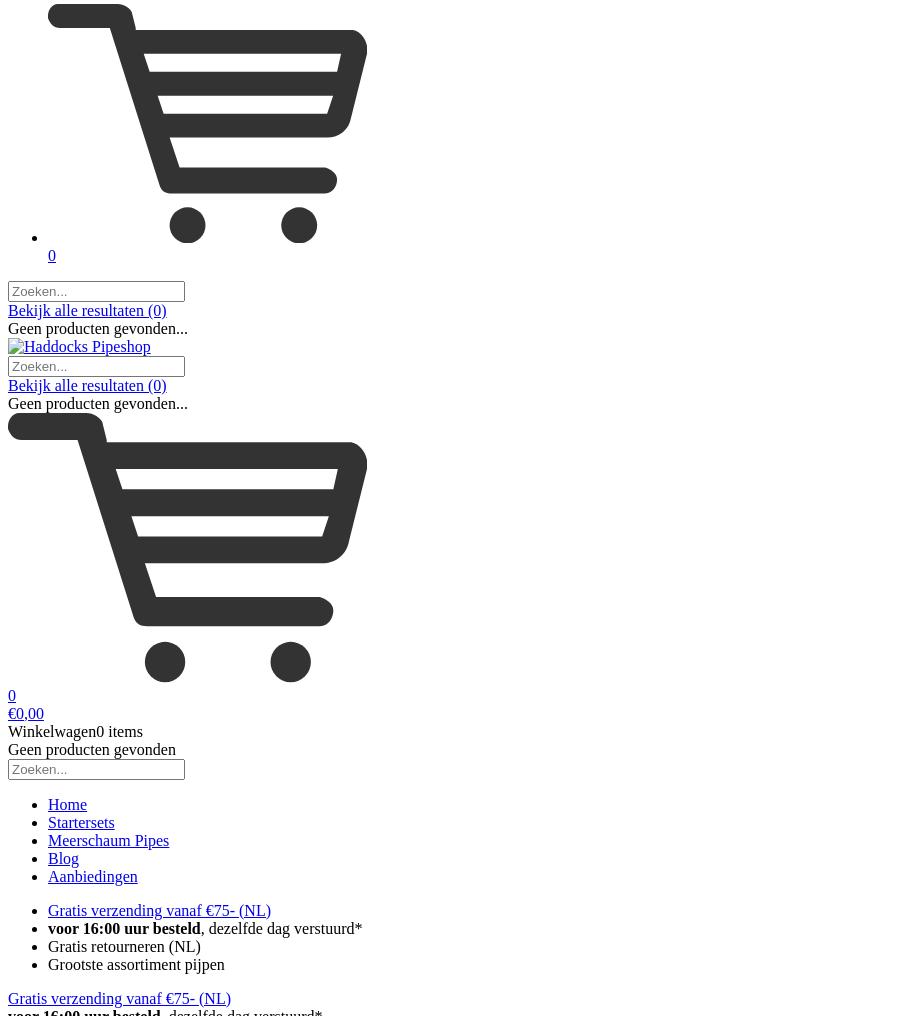  What do you see at coordinates (119, 730) in the screenshot?
I see `'0 items'` at bounding box center [119, 730].